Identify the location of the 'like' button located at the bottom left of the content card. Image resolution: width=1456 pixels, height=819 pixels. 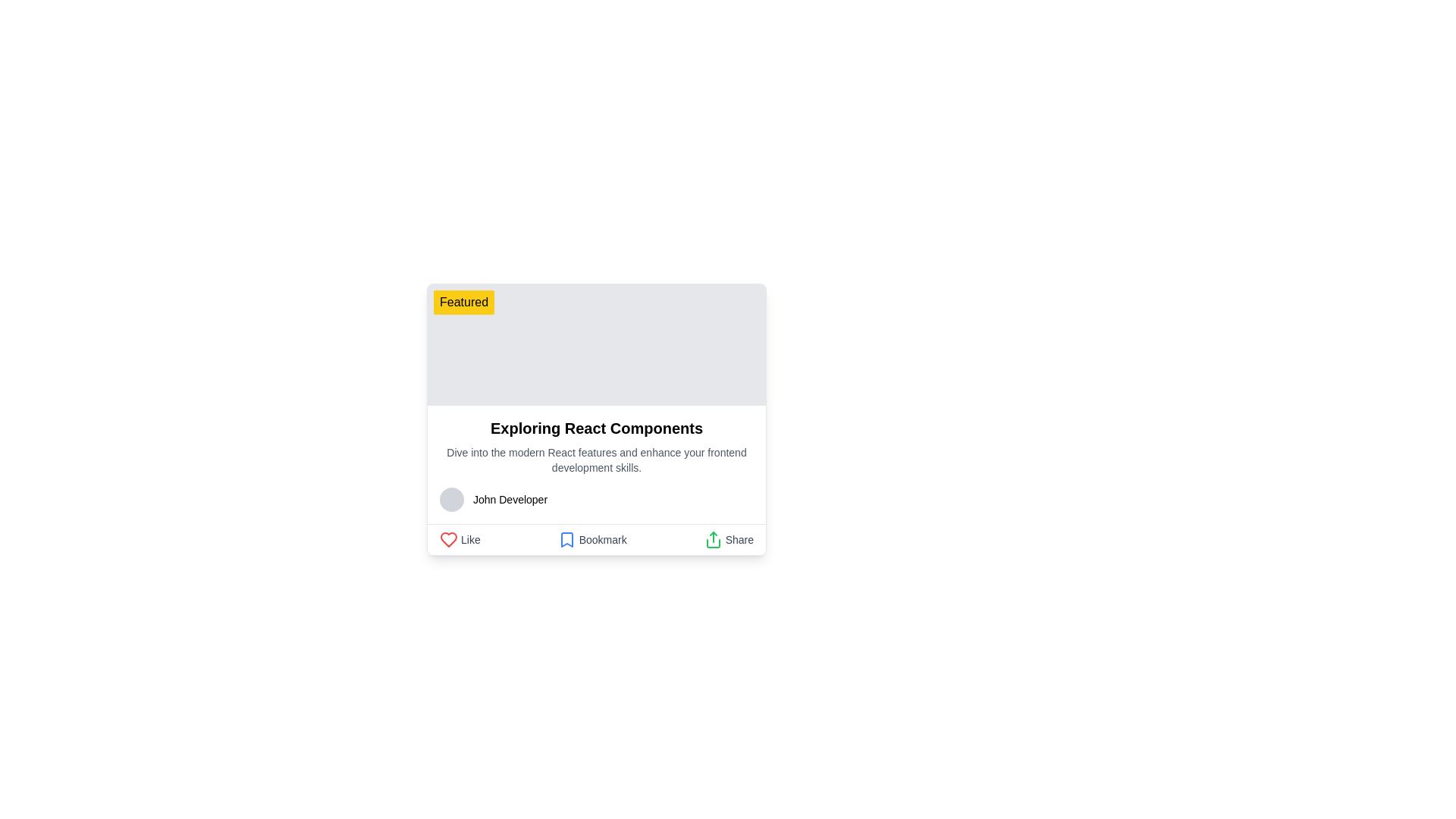
(459, 539).